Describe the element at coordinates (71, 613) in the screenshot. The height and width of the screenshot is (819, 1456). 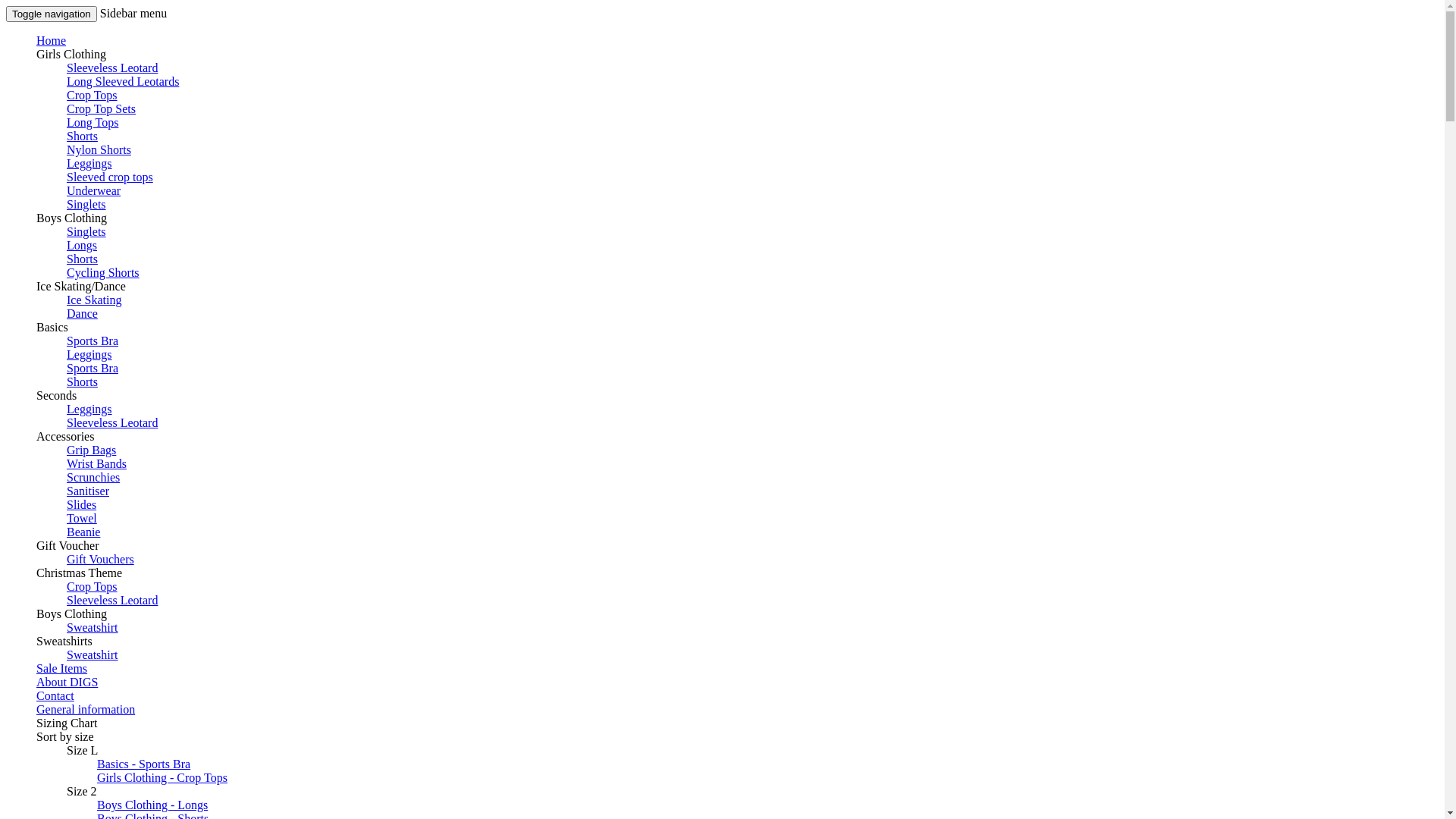
I see `'Boys Clothing'` at that location.